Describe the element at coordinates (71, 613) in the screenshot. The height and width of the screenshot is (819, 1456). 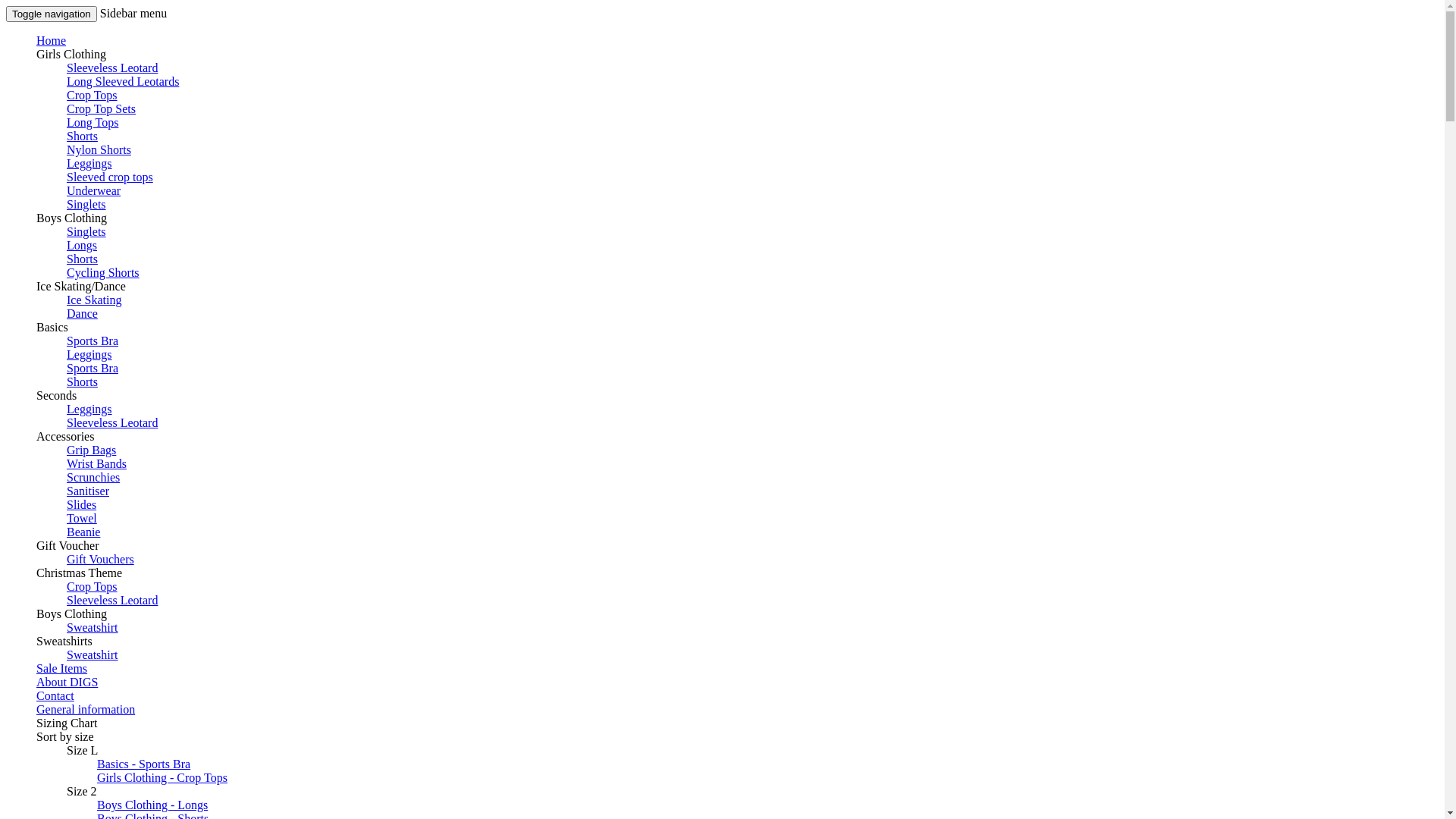
I see `'Boys Clothing'` at that location.